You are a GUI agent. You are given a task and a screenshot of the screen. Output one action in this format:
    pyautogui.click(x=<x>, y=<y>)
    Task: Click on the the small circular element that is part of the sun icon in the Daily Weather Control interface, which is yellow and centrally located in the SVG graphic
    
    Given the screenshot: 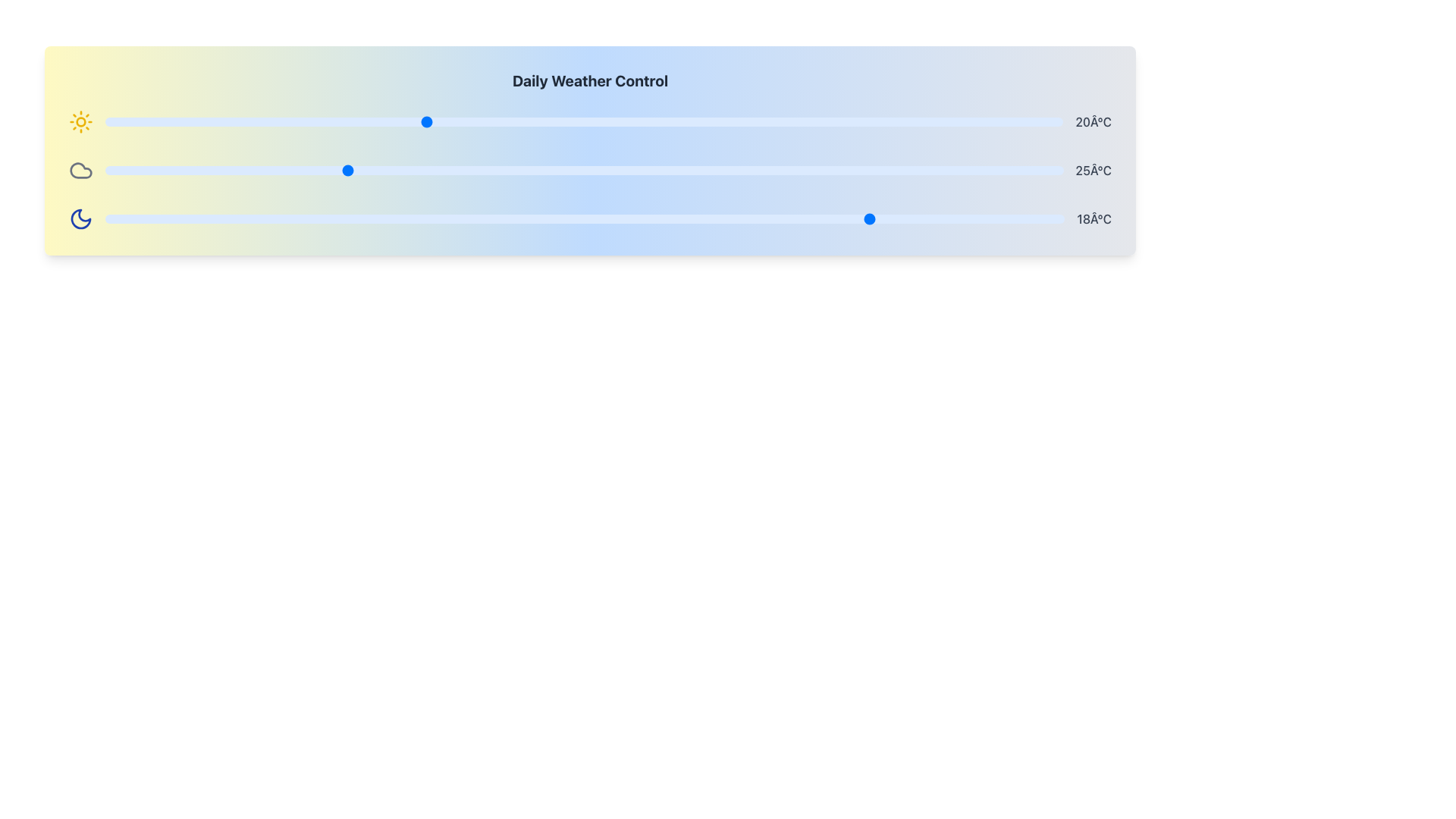 What is the action you would take?
    pyautogui.click(x=80, y=121)
    